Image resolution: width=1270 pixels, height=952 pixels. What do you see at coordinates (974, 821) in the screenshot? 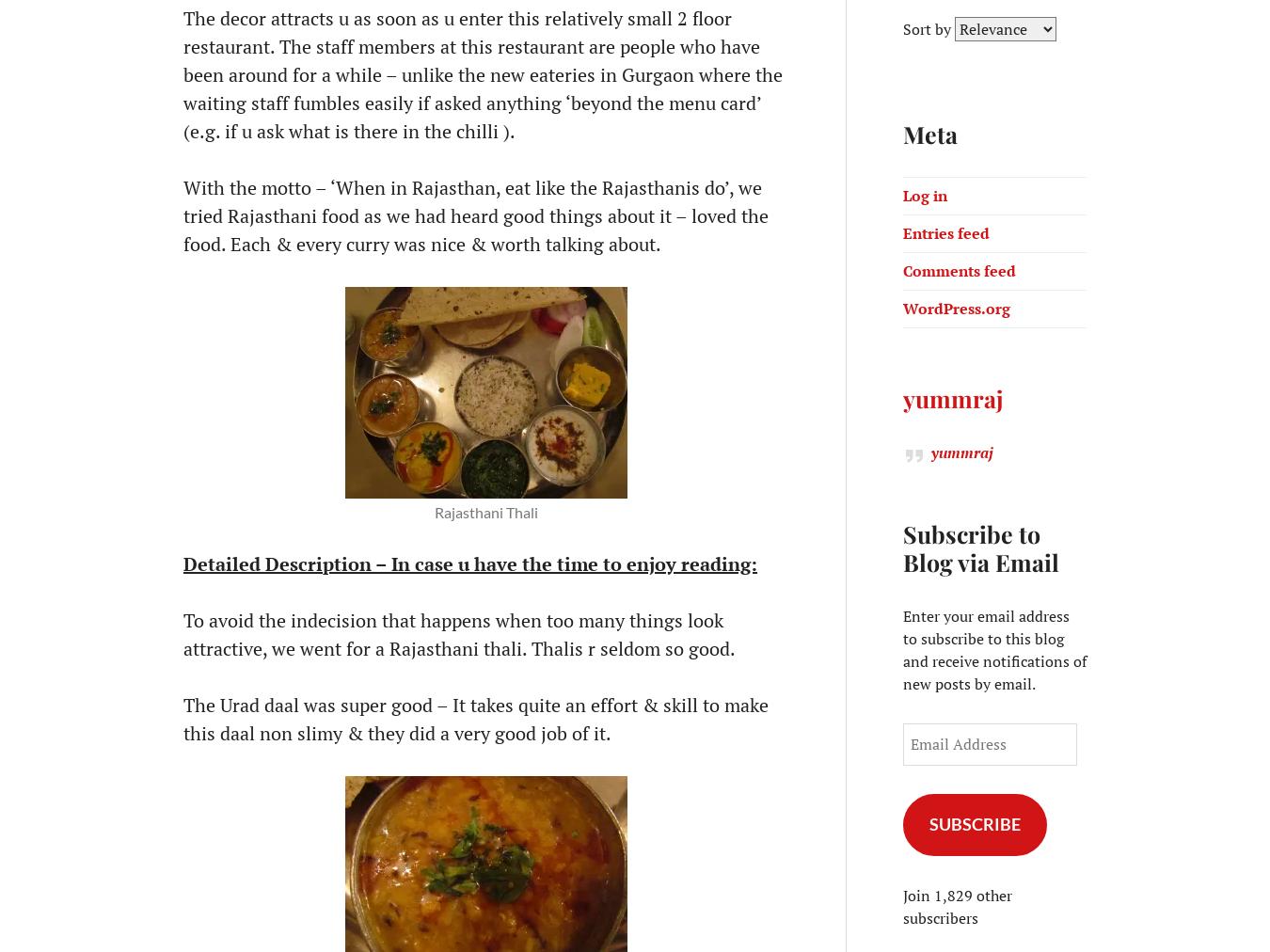
I see `'Subscribe'` at bounding box center [974, 821].